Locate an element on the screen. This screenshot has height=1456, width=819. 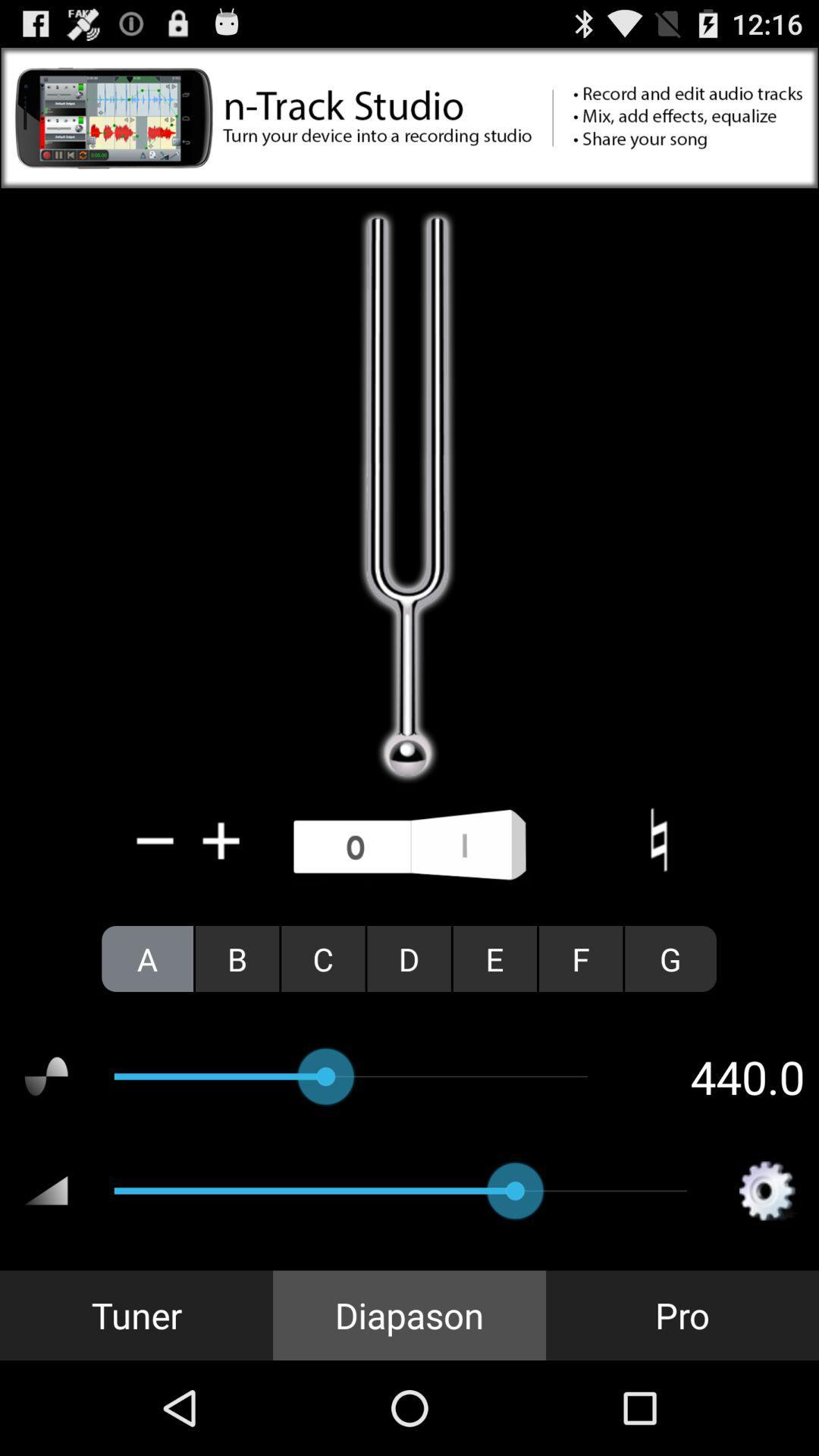
increase volume is located at coordinates (221, 839).